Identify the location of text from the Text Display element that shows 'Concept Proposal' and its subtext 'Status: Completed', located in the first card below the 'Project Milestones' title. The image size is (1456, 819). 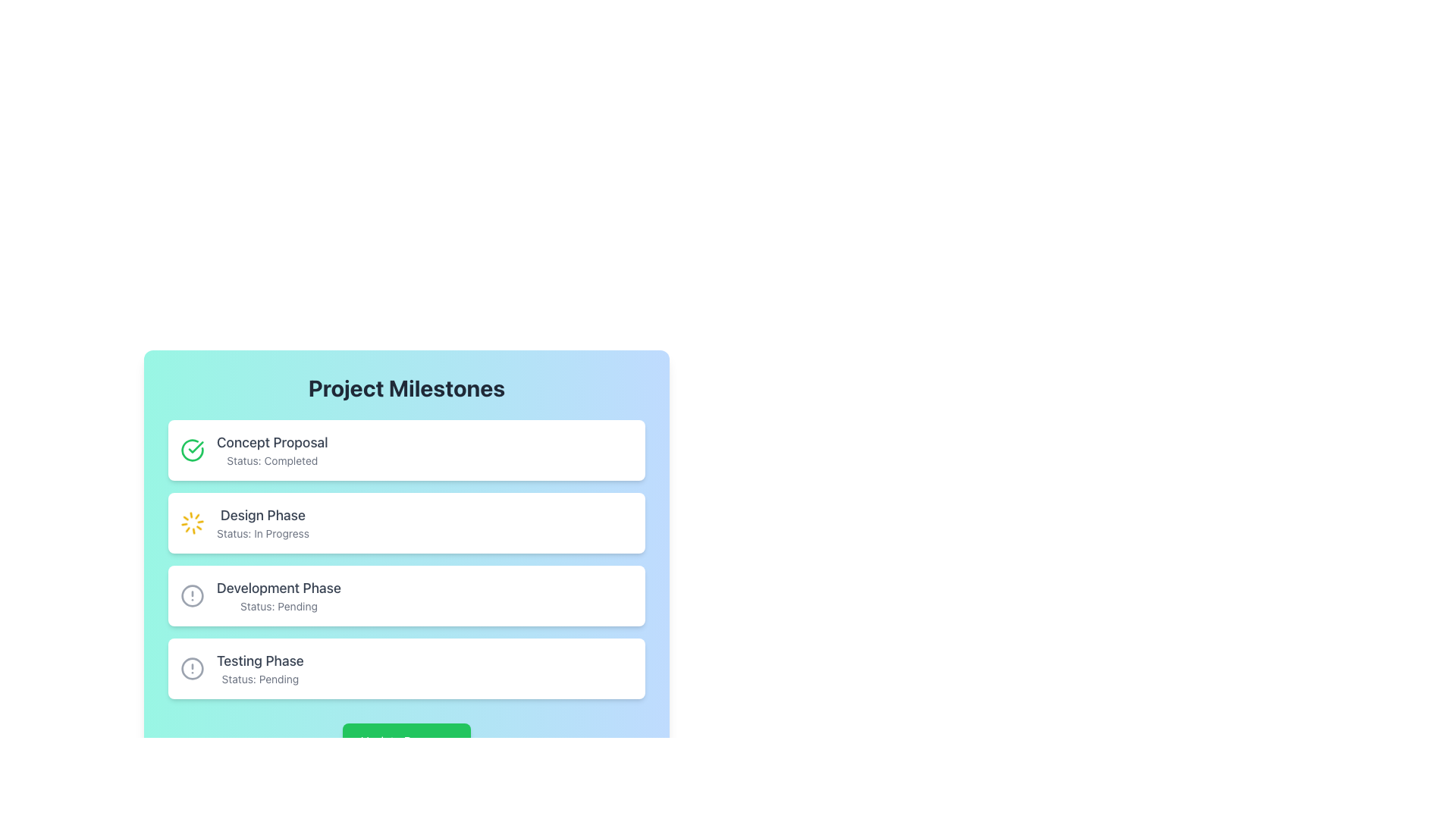
(272, 450).